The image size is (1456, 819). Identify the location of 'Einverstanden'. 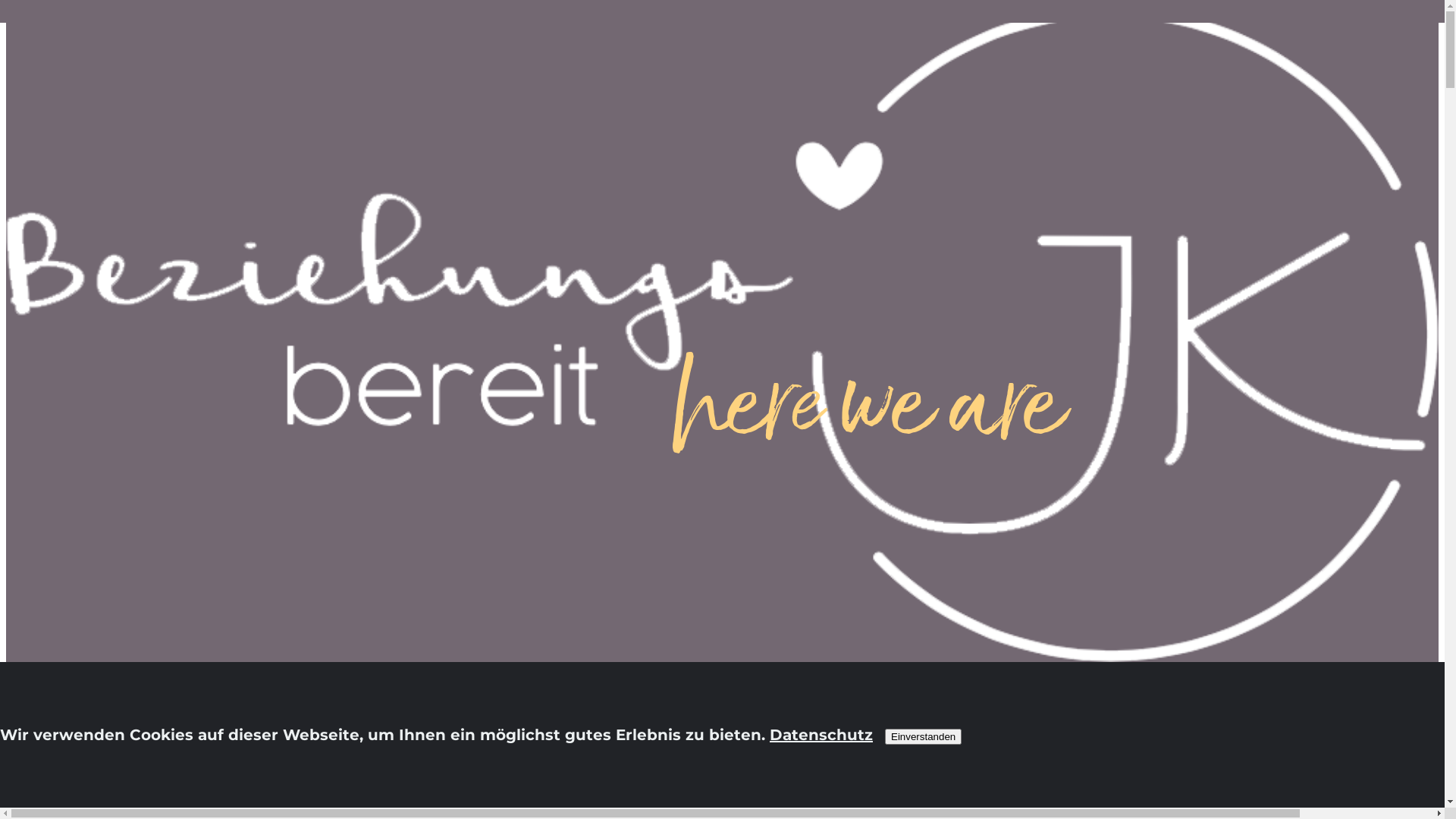
(922, 736).